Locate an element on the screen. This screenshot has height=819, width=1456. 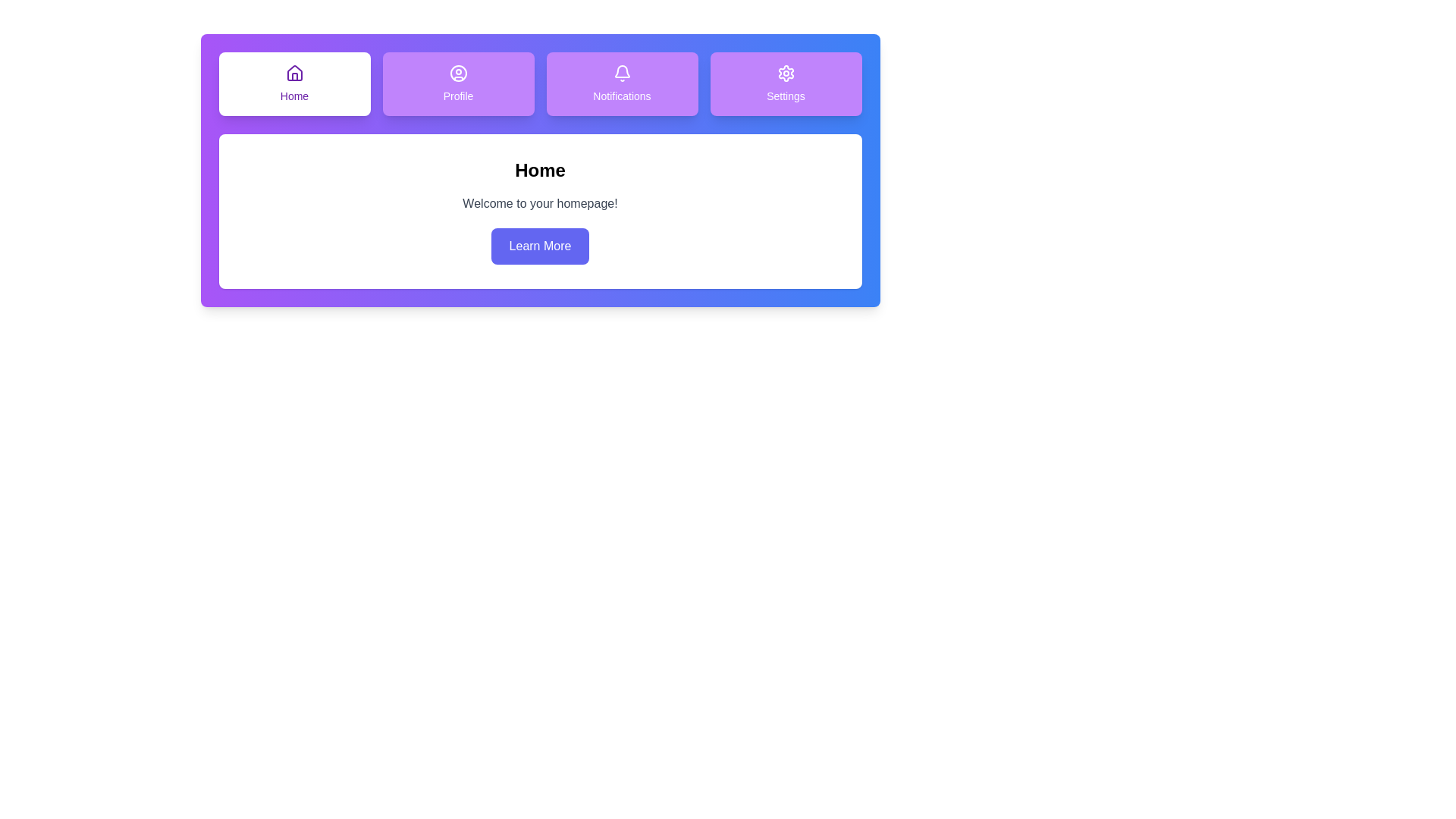
the Notifications tab by clicking on it is located at coordinates (622, 84).